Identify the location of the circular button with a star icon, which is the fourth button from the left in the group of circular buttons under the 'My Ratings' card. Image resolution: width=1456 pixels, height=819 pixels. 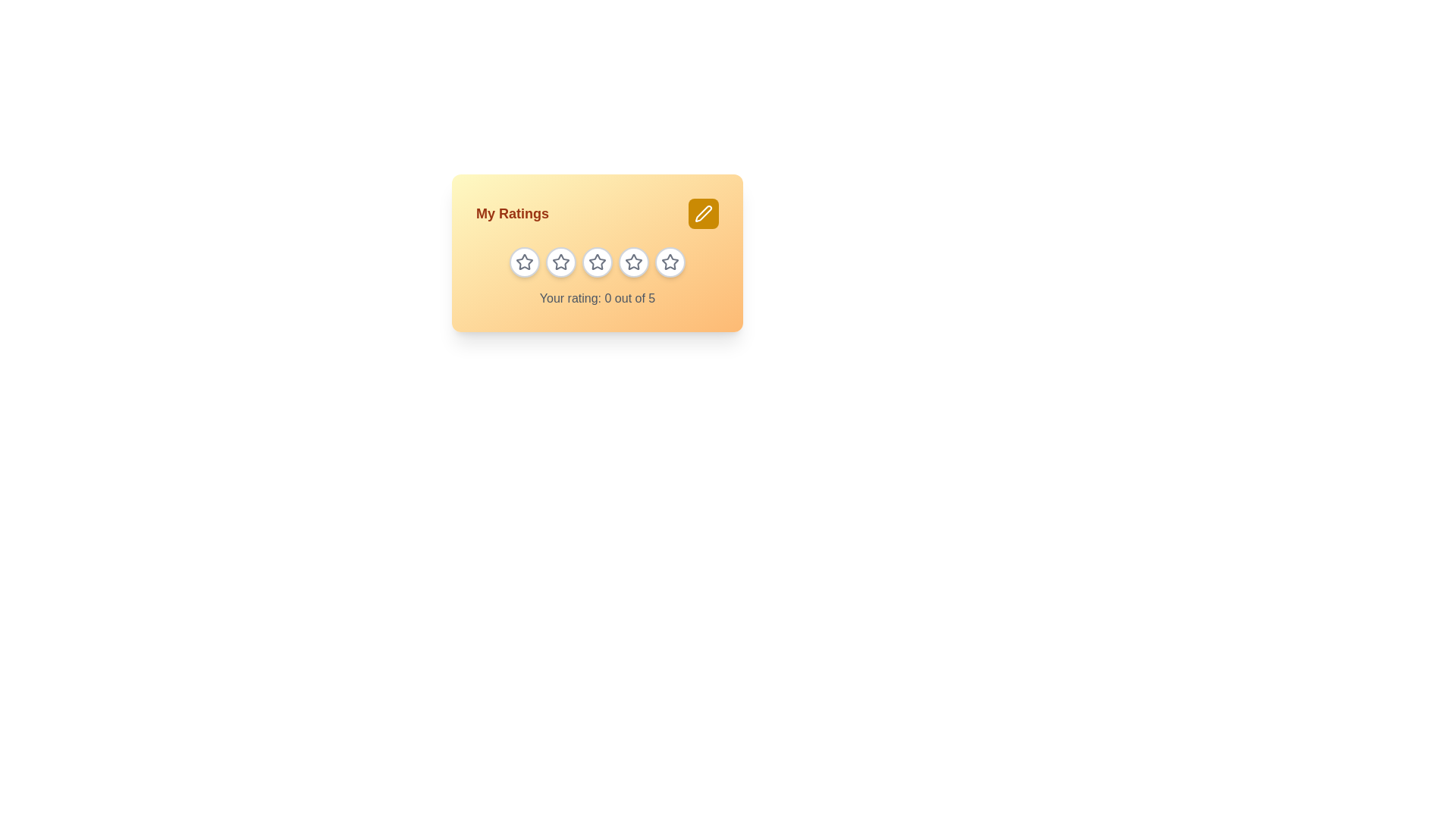
(633, 262).